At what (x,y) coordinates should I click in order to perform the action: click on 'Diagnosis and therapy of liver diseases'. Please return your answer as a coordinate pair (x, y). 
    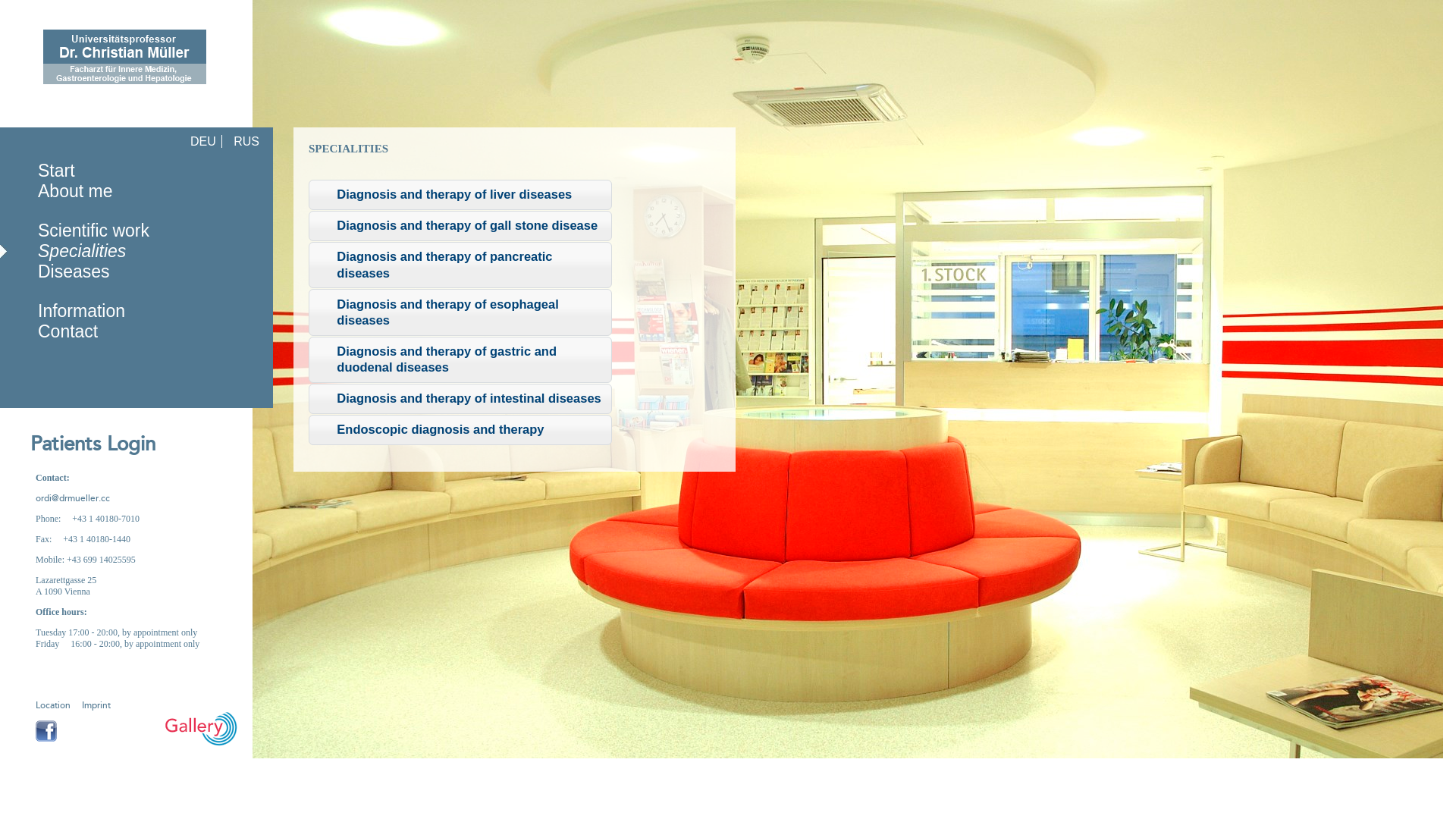
    Looking at the image, I should click on (459, 194).